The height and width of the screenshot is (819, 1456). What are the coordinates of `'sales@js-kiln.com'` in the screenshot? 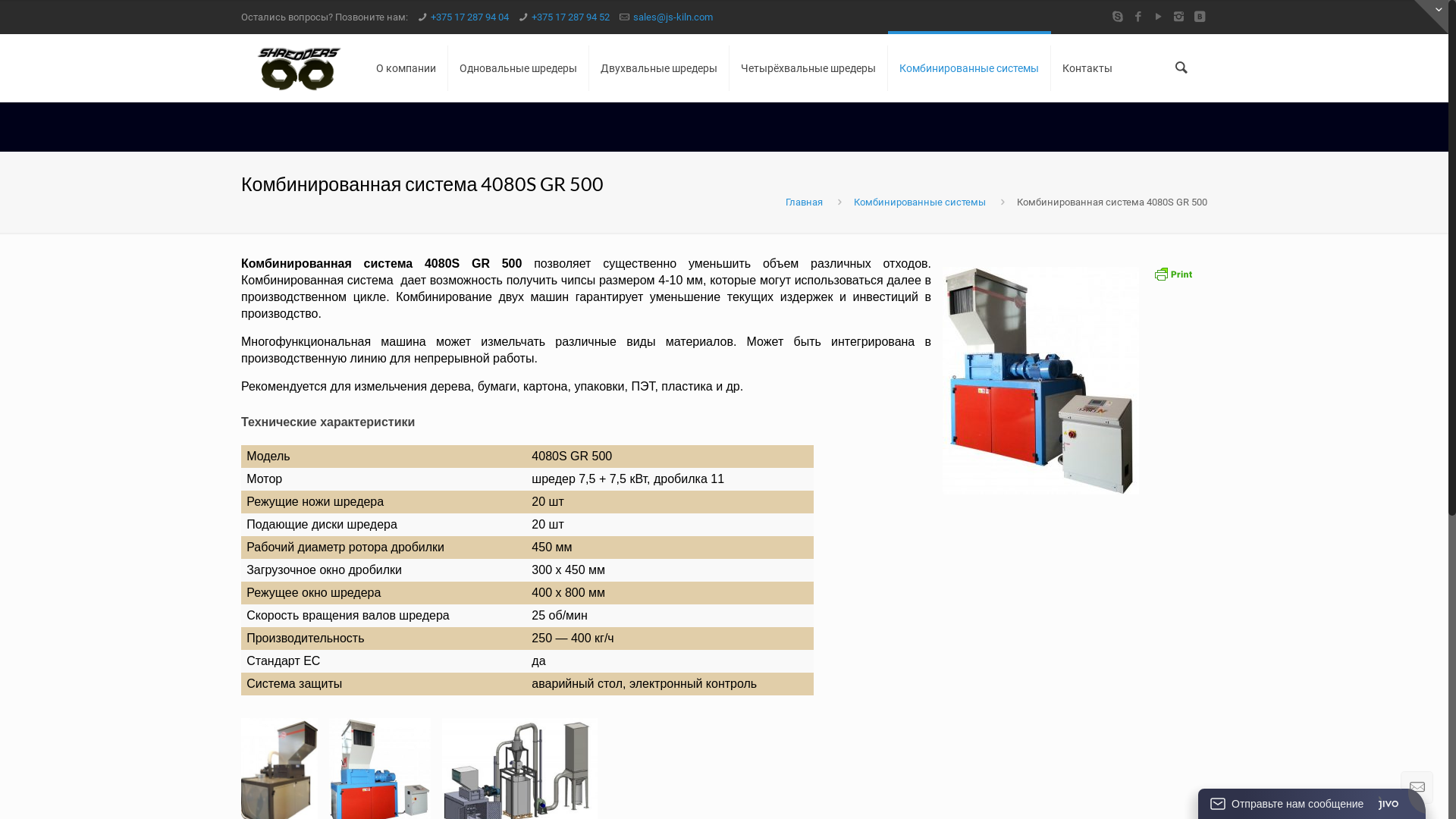 It's located at (633, 17).